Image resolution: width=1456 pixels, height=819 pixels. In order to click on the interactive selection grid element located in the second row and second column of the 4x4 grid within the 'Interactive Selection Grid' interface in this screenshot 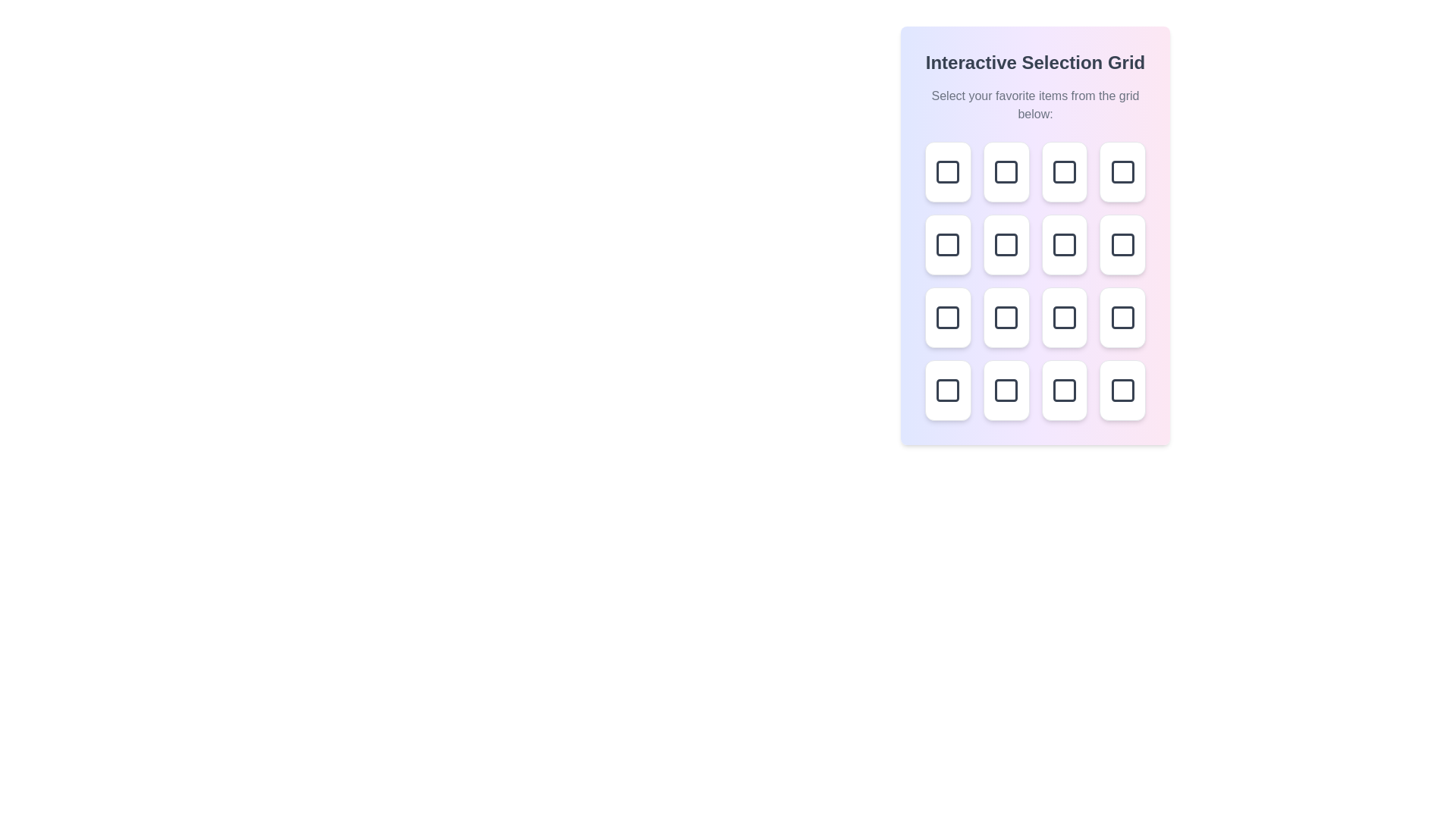, I will do `click(1063, 171)`.